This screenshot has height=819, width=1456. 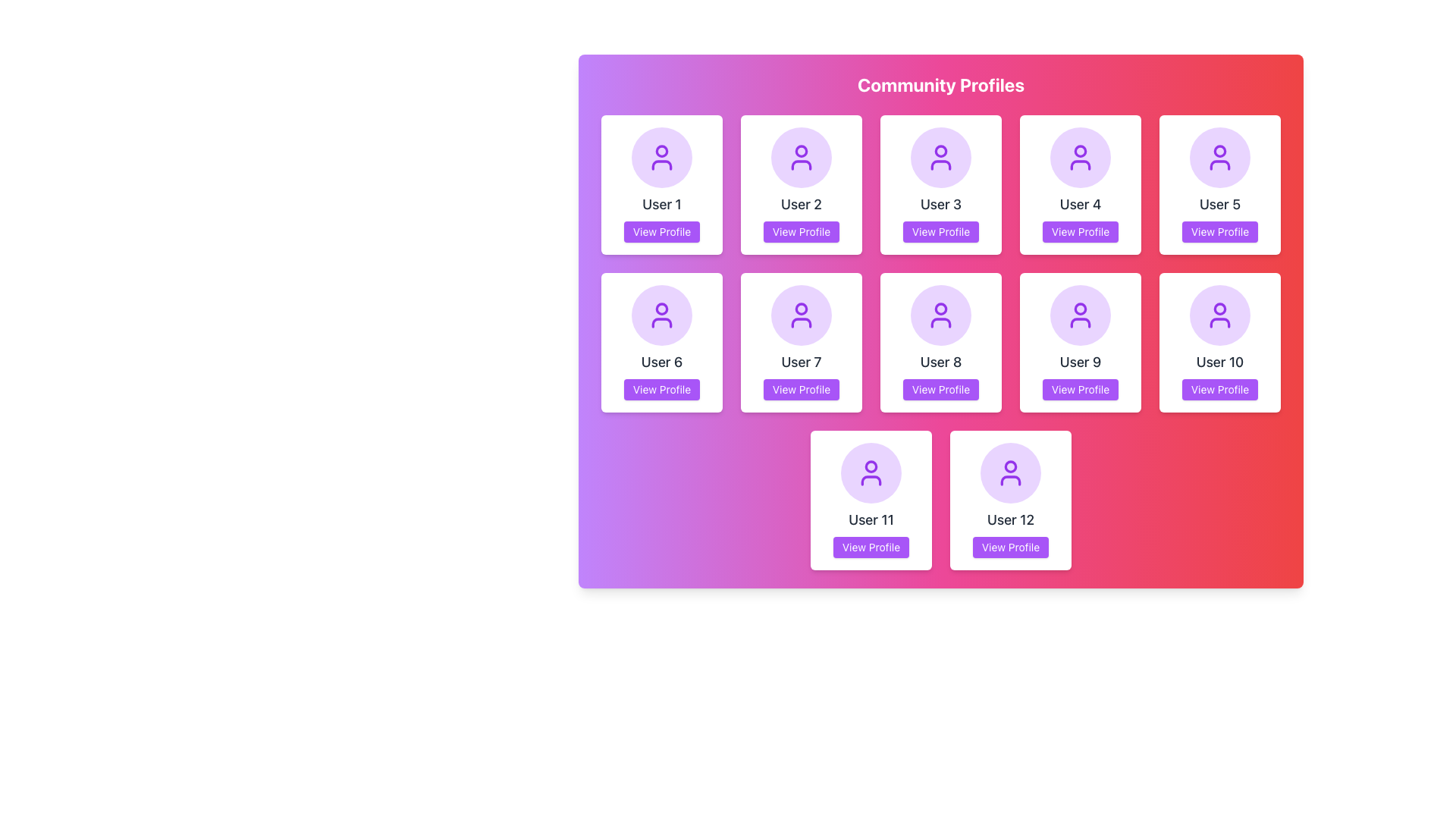 What do you see at coordinates (1011, 472) in the screenshot?
I see `the user profile icon for 'User 12' located in the second row, last column of the user profile cards` at bounding box center [1011, 472].